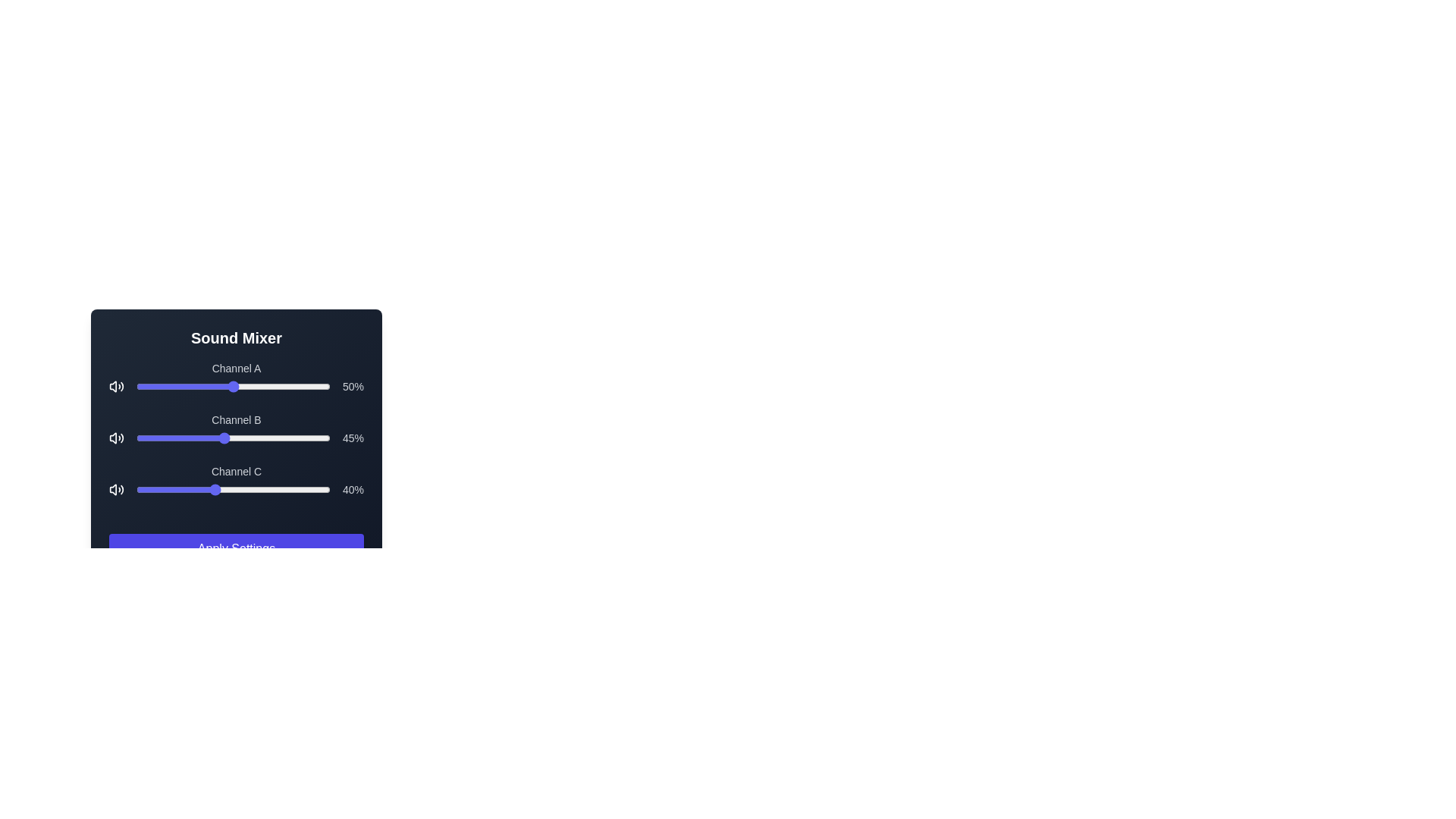  What do you see at coordinates (165, 489) in the screenshot?
I see `the slider` at bounding box center [165, 489].